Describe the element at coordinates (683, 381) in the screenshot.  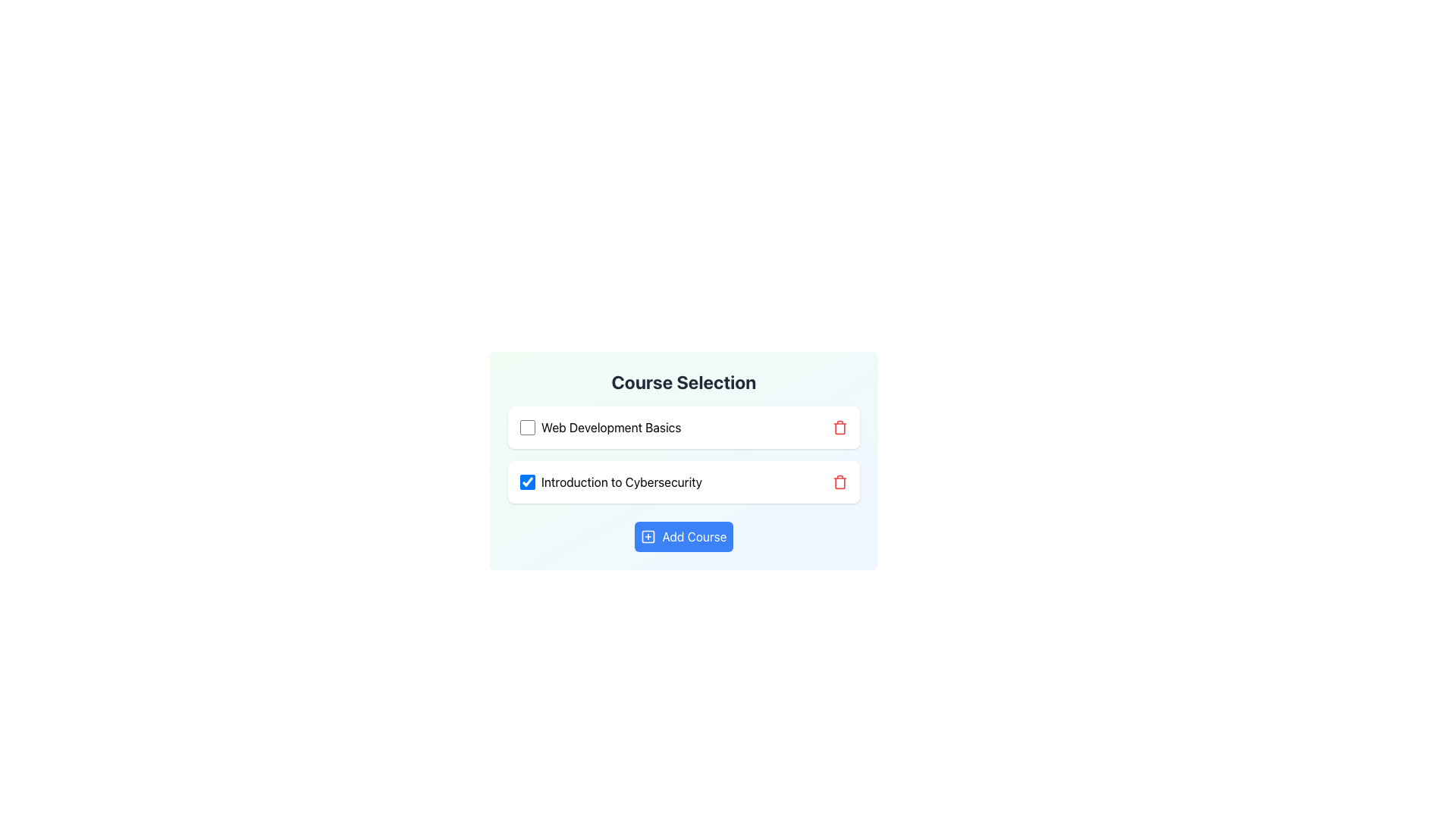
I see `the header text element that describes the purpose of selecting courses, positioned at the top of the card layout` at that location.